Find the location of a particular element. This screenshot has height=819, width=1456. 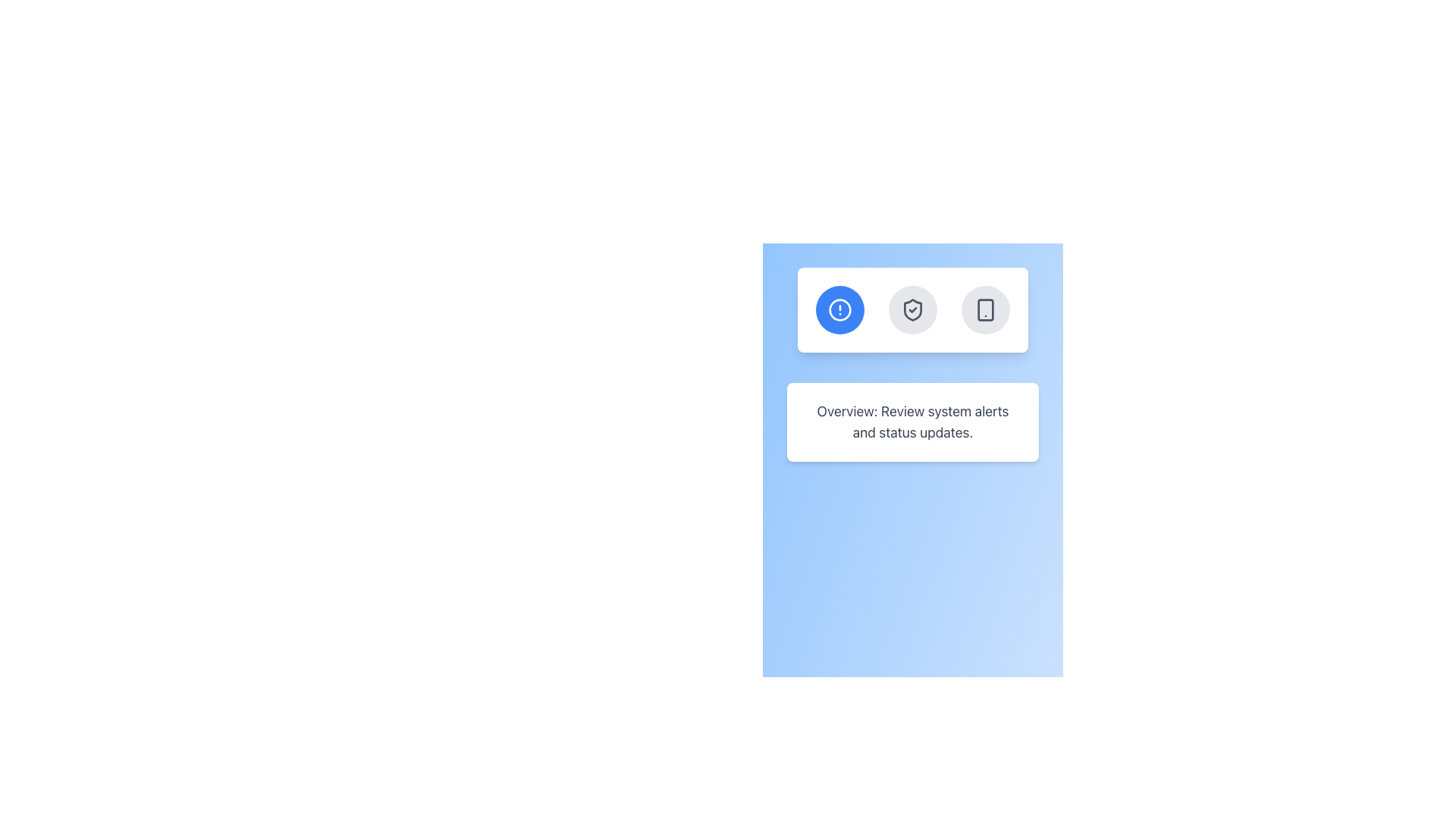

the Text block that displays 'Overview: Review system alerts and status updates.' which is a white rectangular area with rounded corners located centrally below a row of three circular buttons is located at coordinates (912, 422).